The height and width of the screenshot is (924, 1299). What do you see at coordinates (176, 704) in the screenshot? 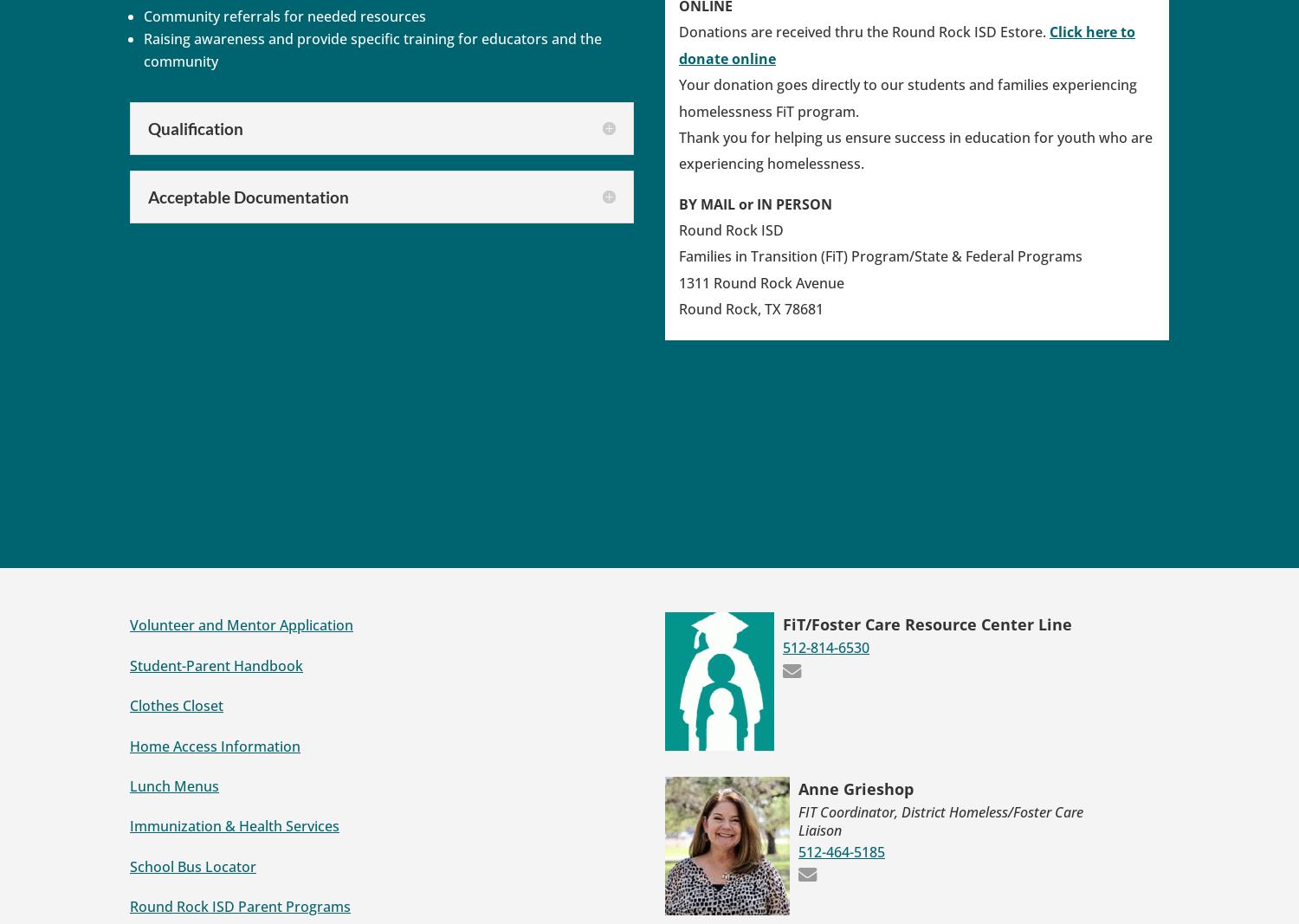
I see `'Clothes Closet'` at bounding box center [176, 704].